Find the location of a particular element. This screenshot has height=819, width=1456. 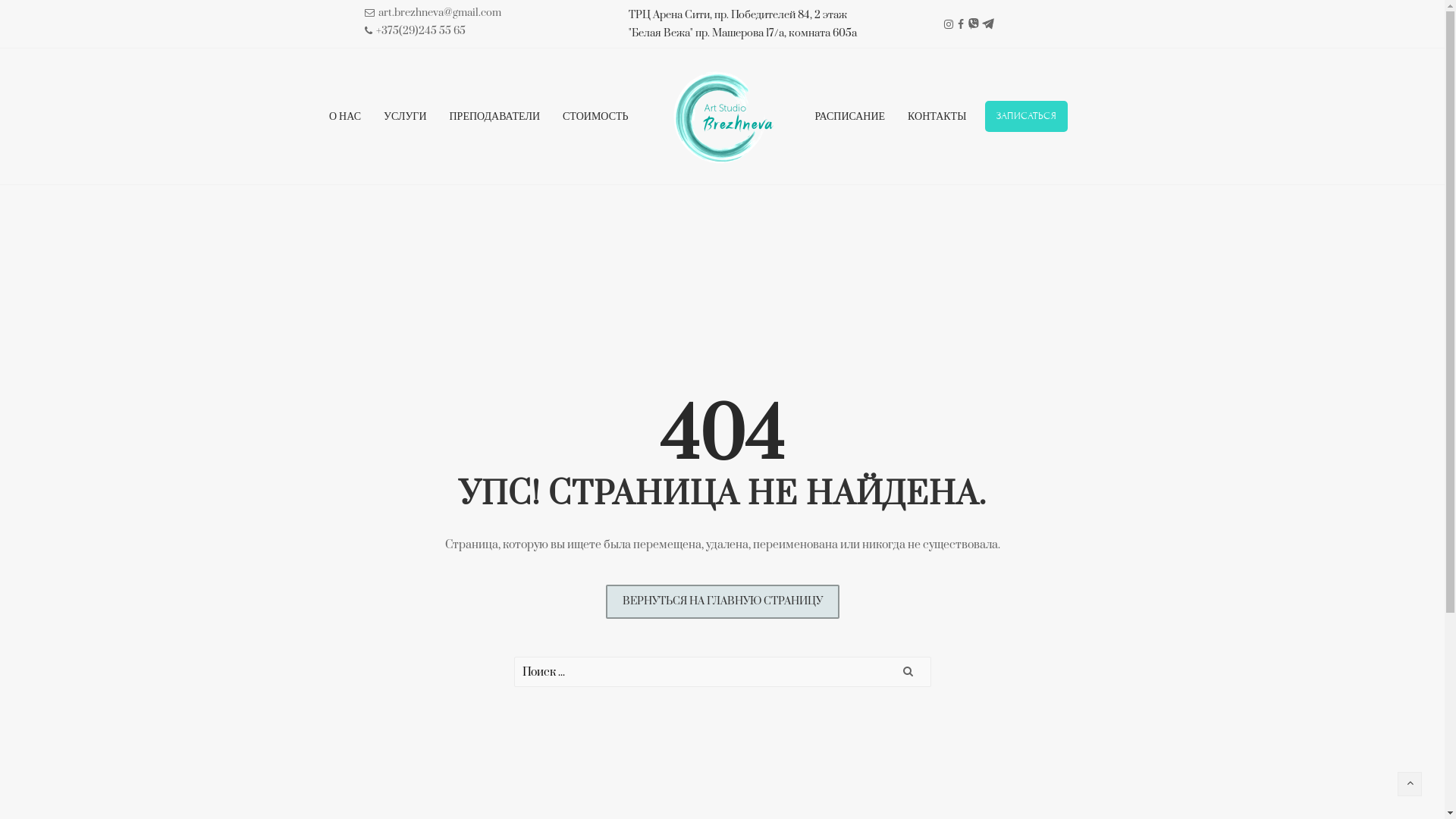

'Instagram' is located at coordinates (948, 23).